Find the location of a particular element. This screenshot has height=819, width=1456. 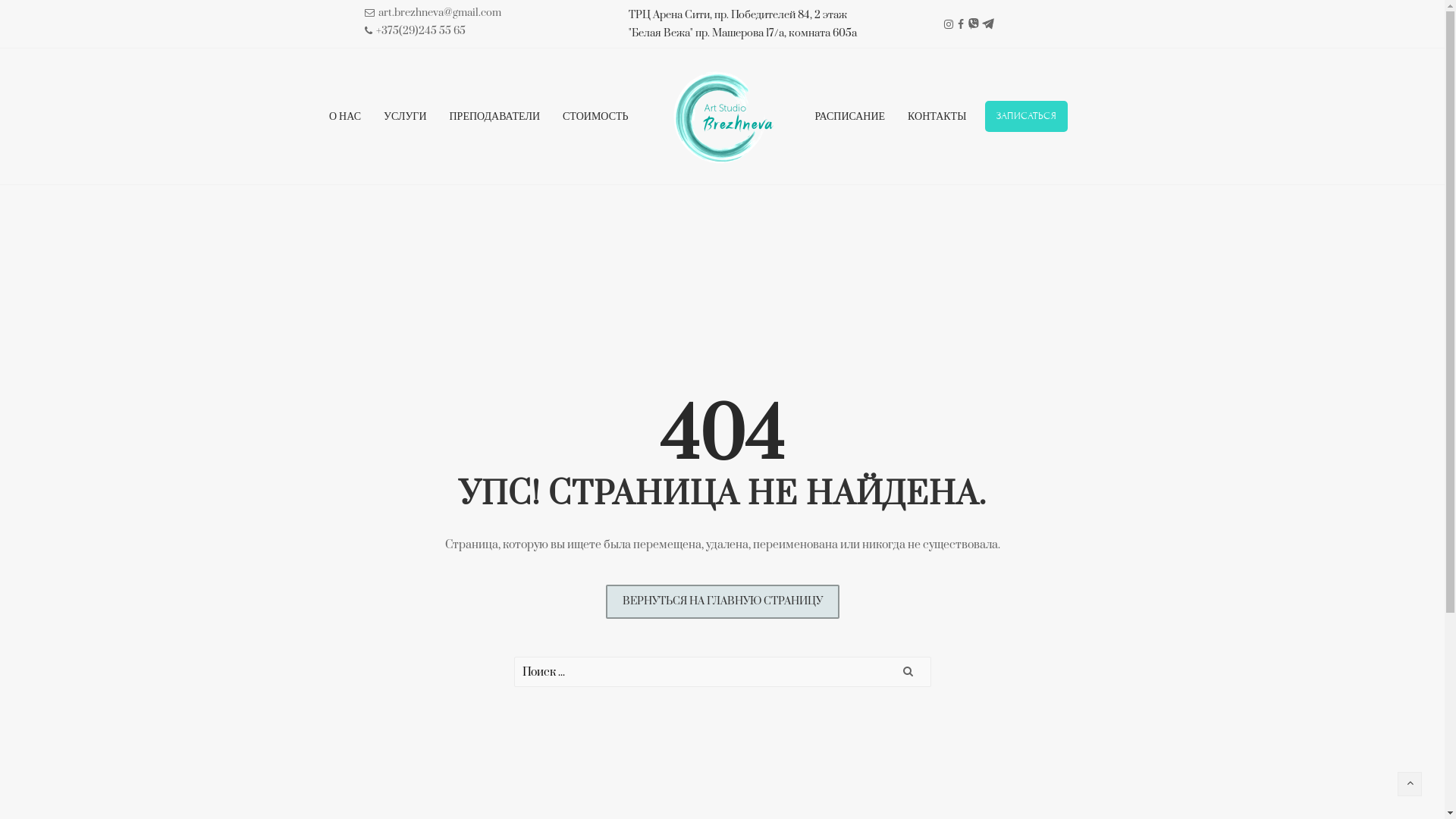

'Instagram' is located at coordinates (948, 23).